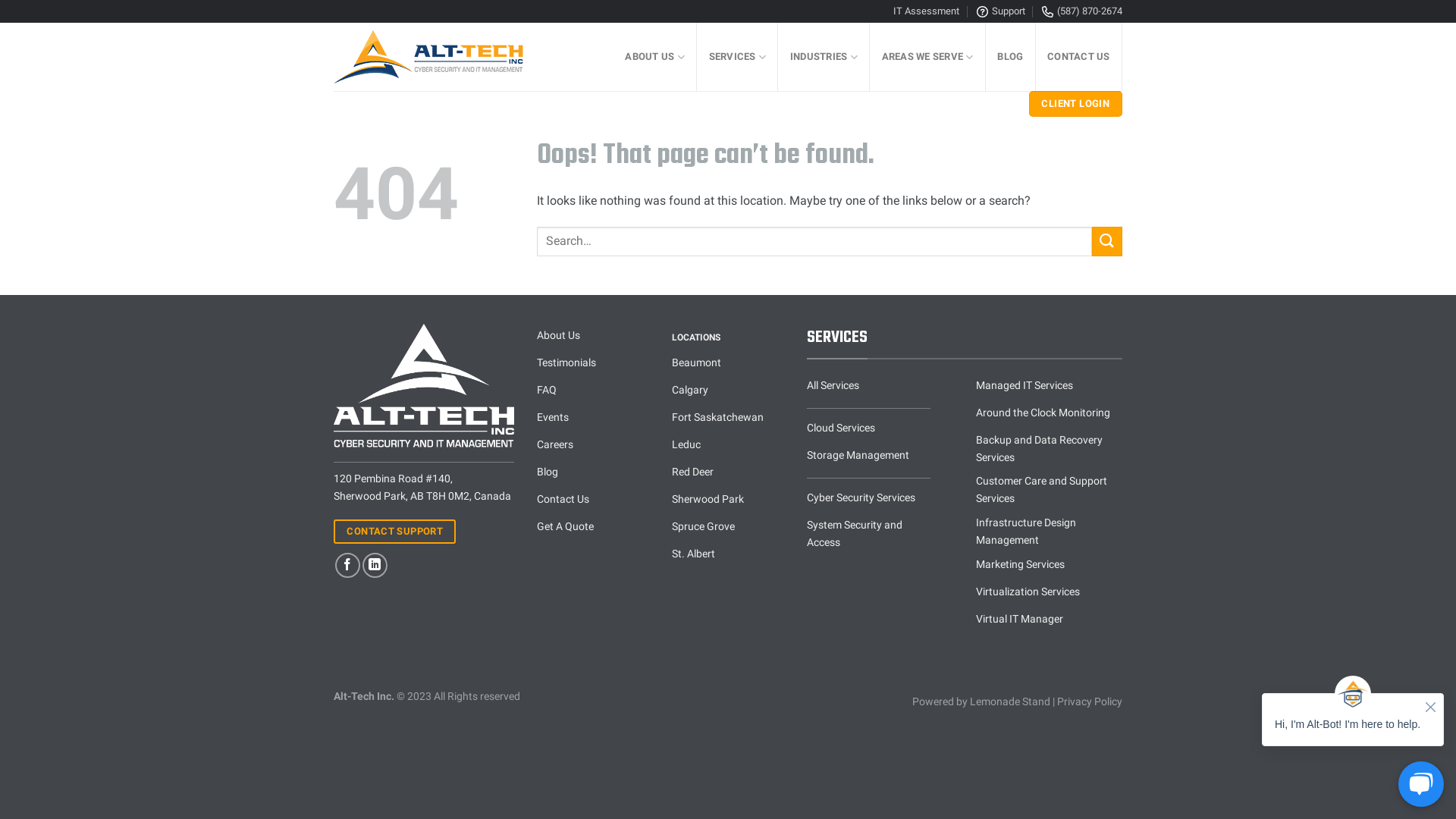 This screenshot has width=1456, height=819. I want to click on 'AREAS WE SERVE', so click(870, 55).